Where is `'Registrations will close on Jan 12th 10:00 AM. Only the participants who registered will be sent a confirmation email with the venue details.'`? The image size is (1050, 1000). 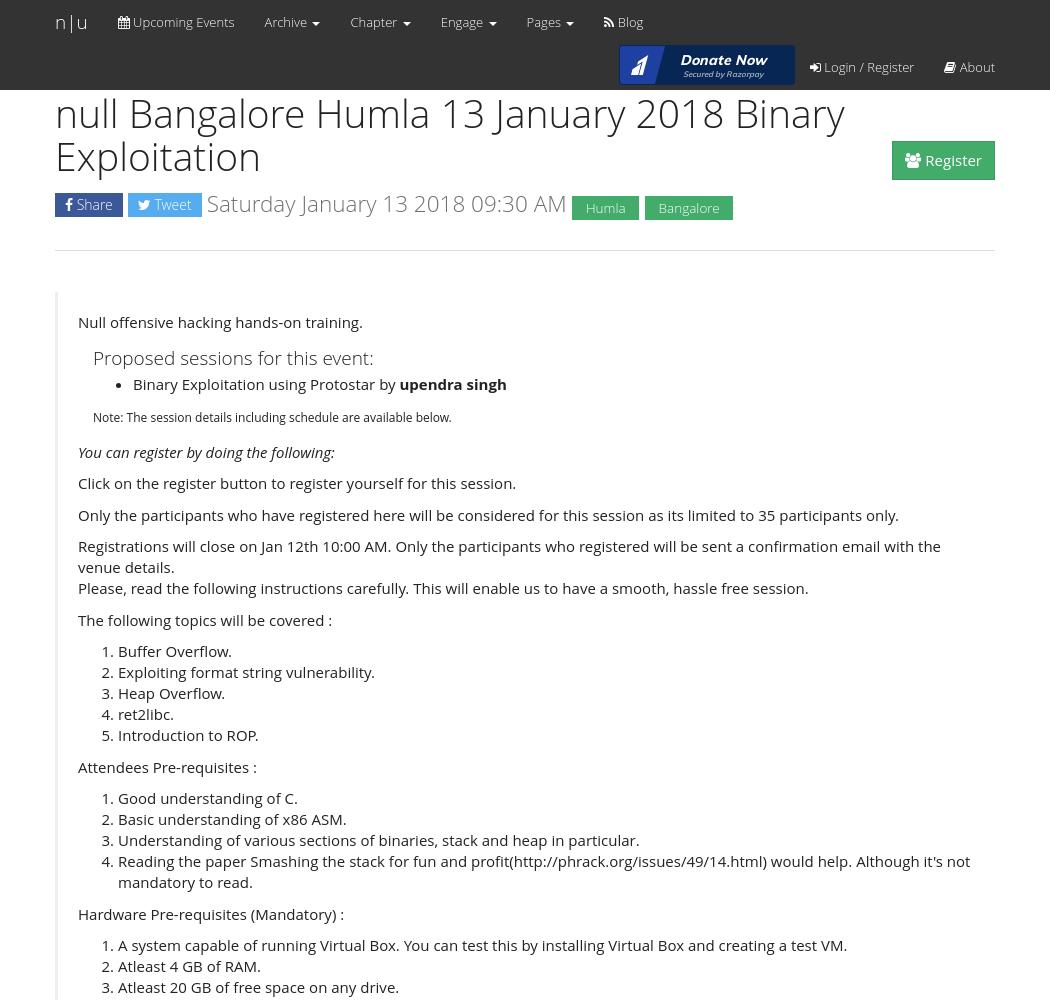
'Registrations will close on Jan 12th 10:00 AM. Only the participants who registered will be sent a confirmation email with the venue details.' is located at coordinates (508, 556).